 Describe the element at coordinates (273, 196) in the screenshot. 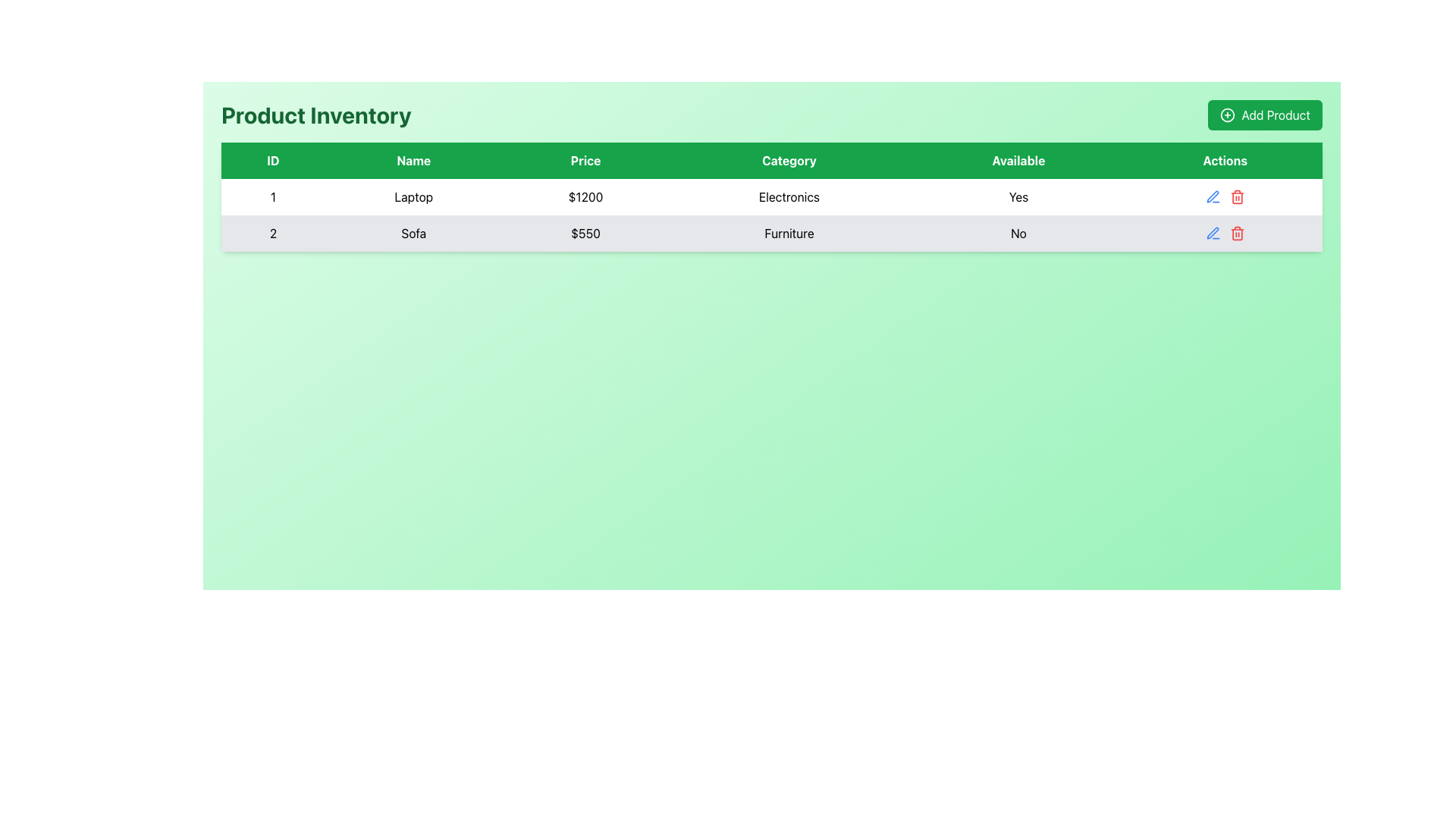

I see `the text display containing the digit '1'` at that location.